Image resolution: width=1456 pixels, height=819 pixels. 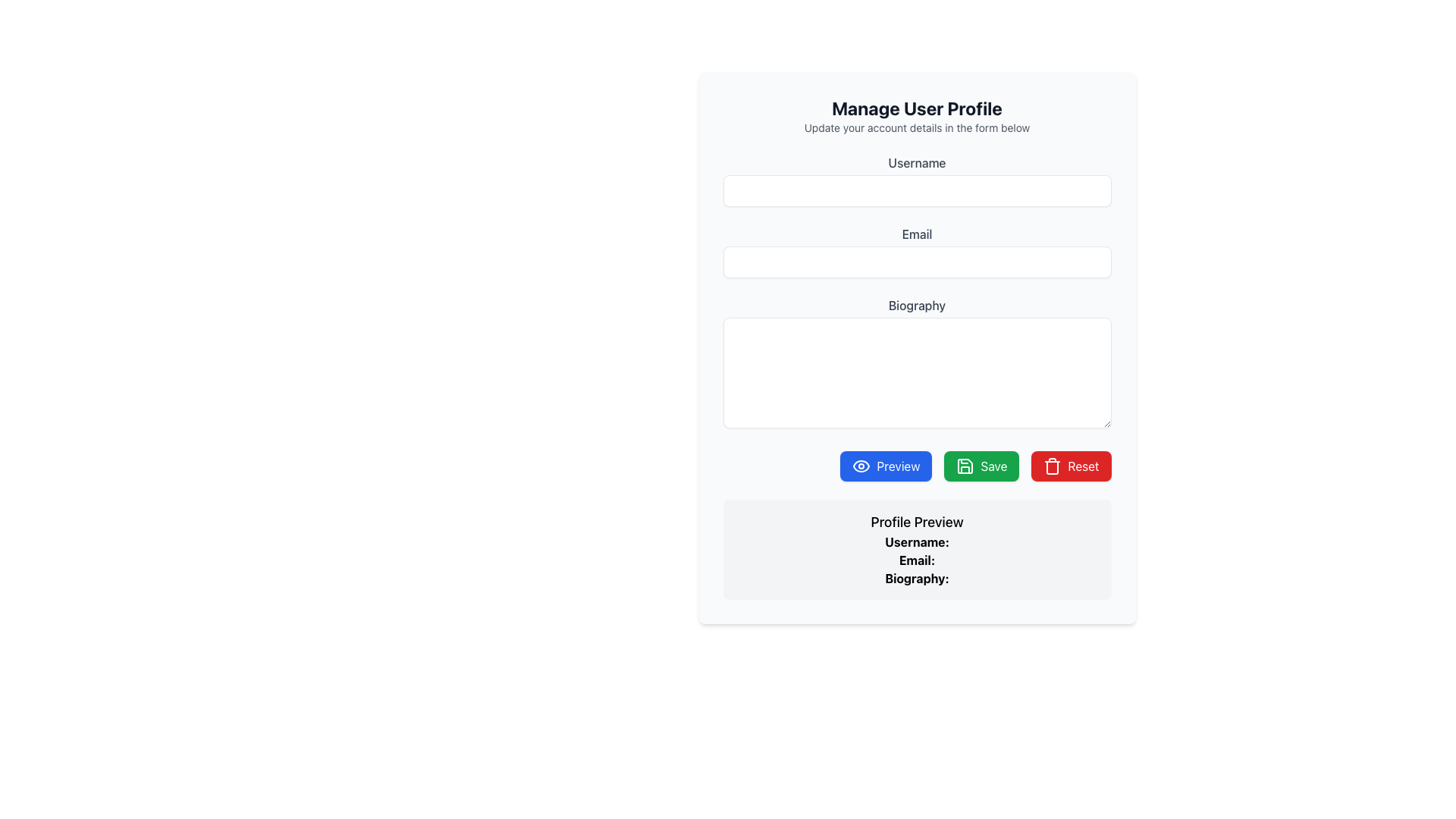 What do you see at coordinates (916, 465) in the screenshot?
I see `the first button in the horizontal group located below the biography input field` at bounding box center [916, 465].